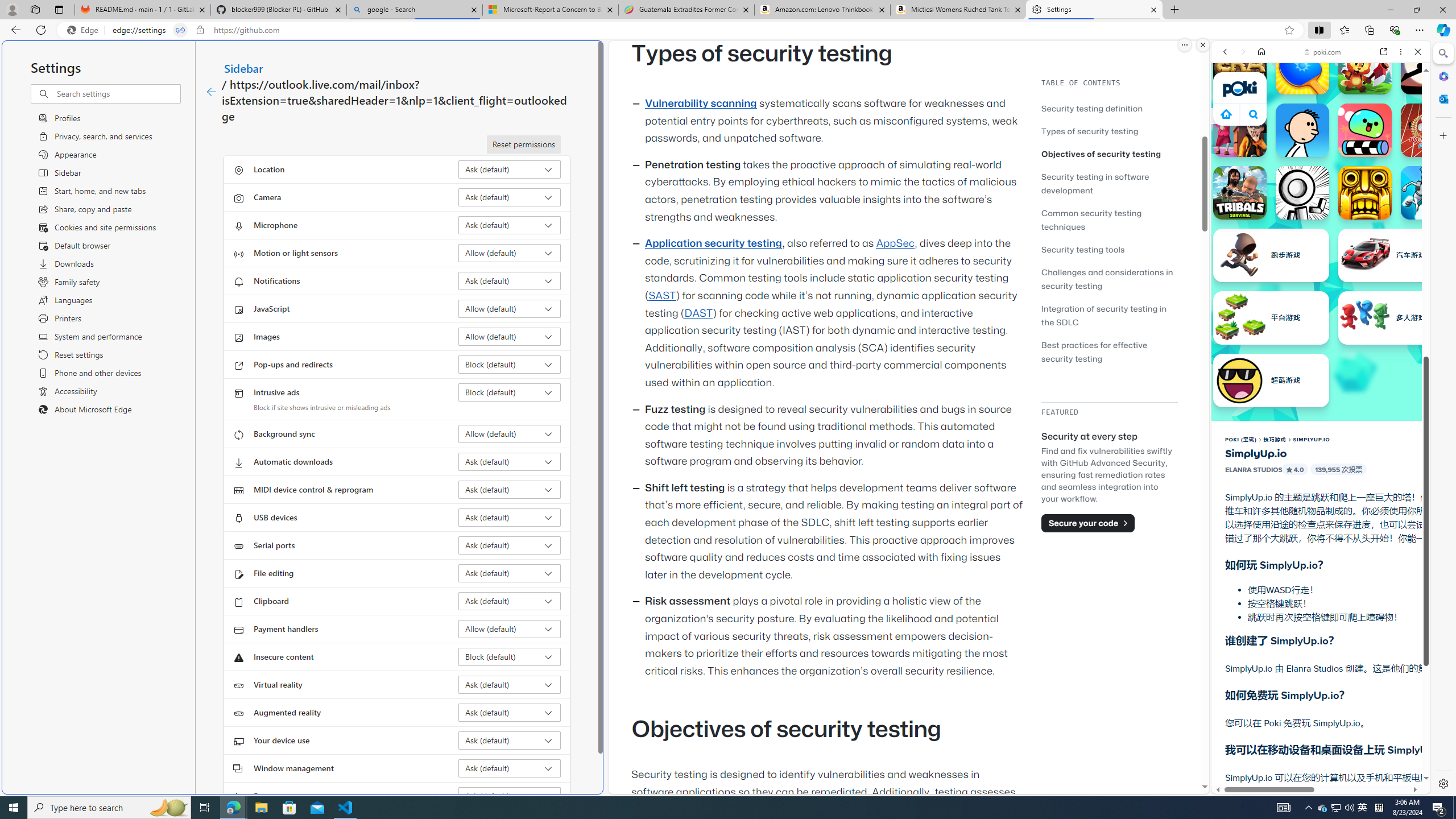 The height and width of the screenshot is (819, 1456). What do you see at coordinates (1106, 279) in the screenshot?
I see `'Challenges and considerations in security testing'` at bounding box center [1106, 279].